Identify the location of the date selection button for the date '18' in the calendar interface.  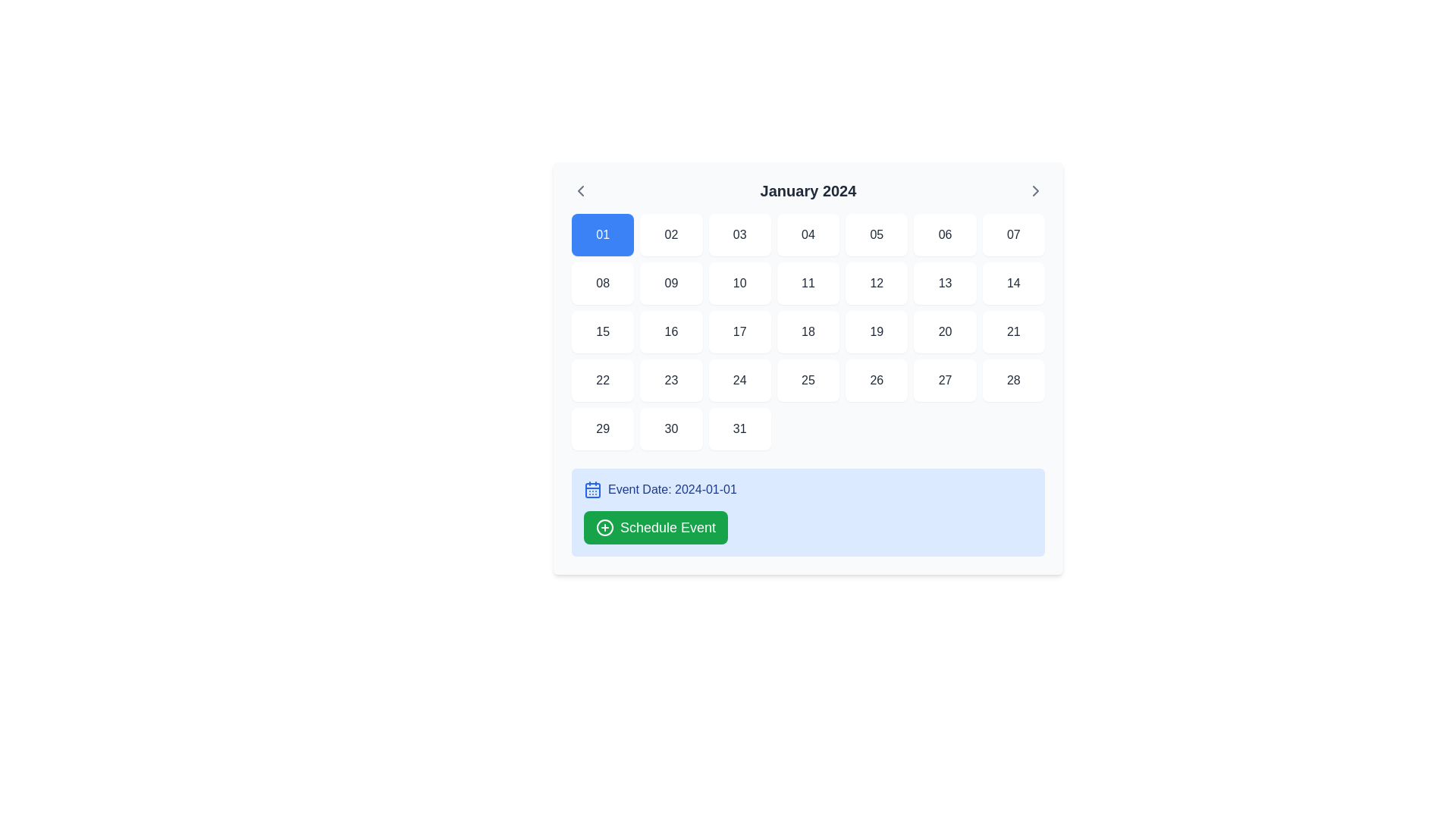
(807, 331).